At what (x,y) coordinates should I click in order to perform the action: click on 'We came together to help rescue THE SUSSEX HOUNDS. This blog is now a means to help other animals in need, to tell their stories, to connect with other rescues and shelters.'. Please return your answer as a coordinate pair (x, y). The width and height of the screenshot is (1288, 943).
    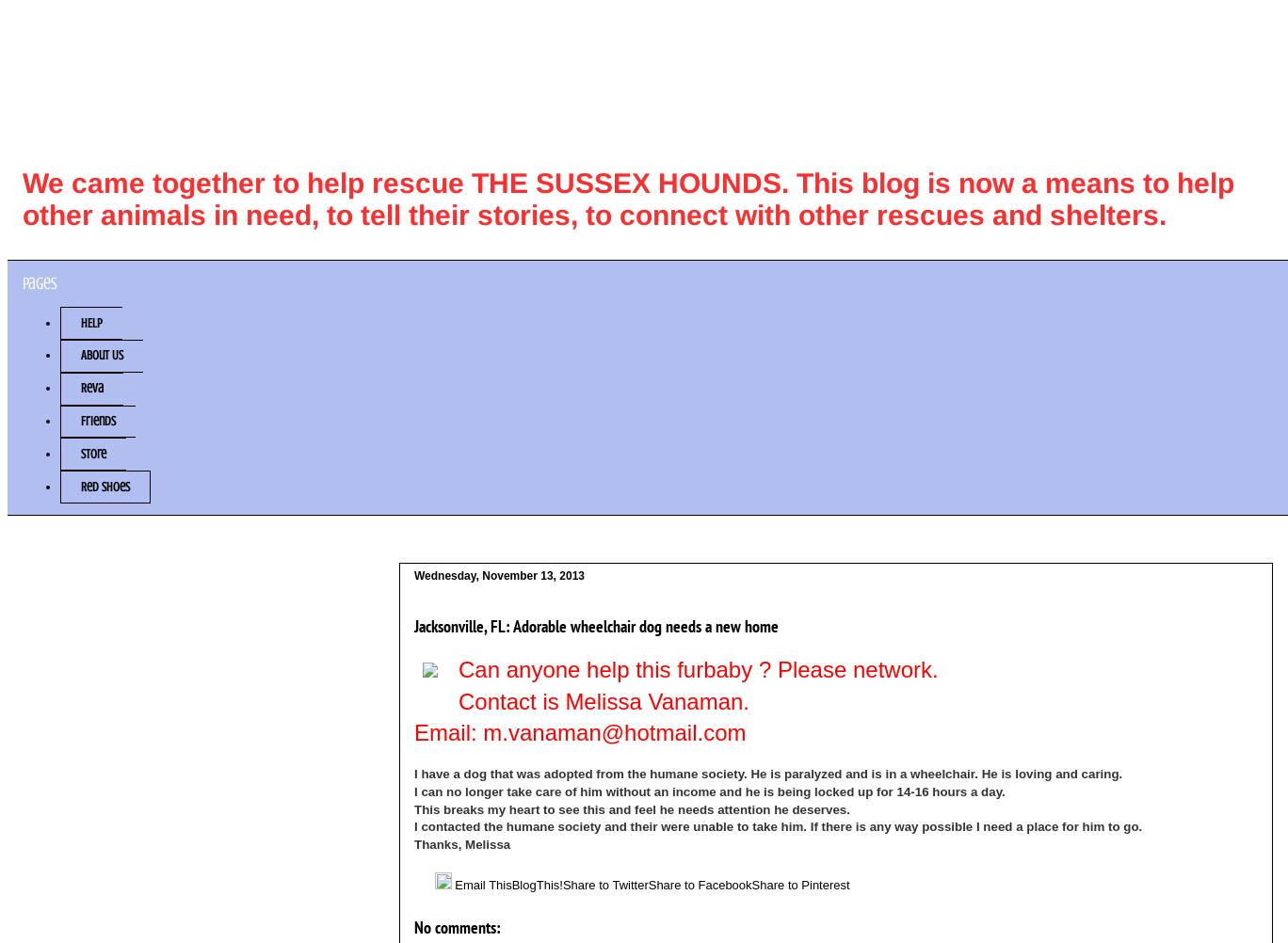
    Looking at the image, I should click on (22, 199).